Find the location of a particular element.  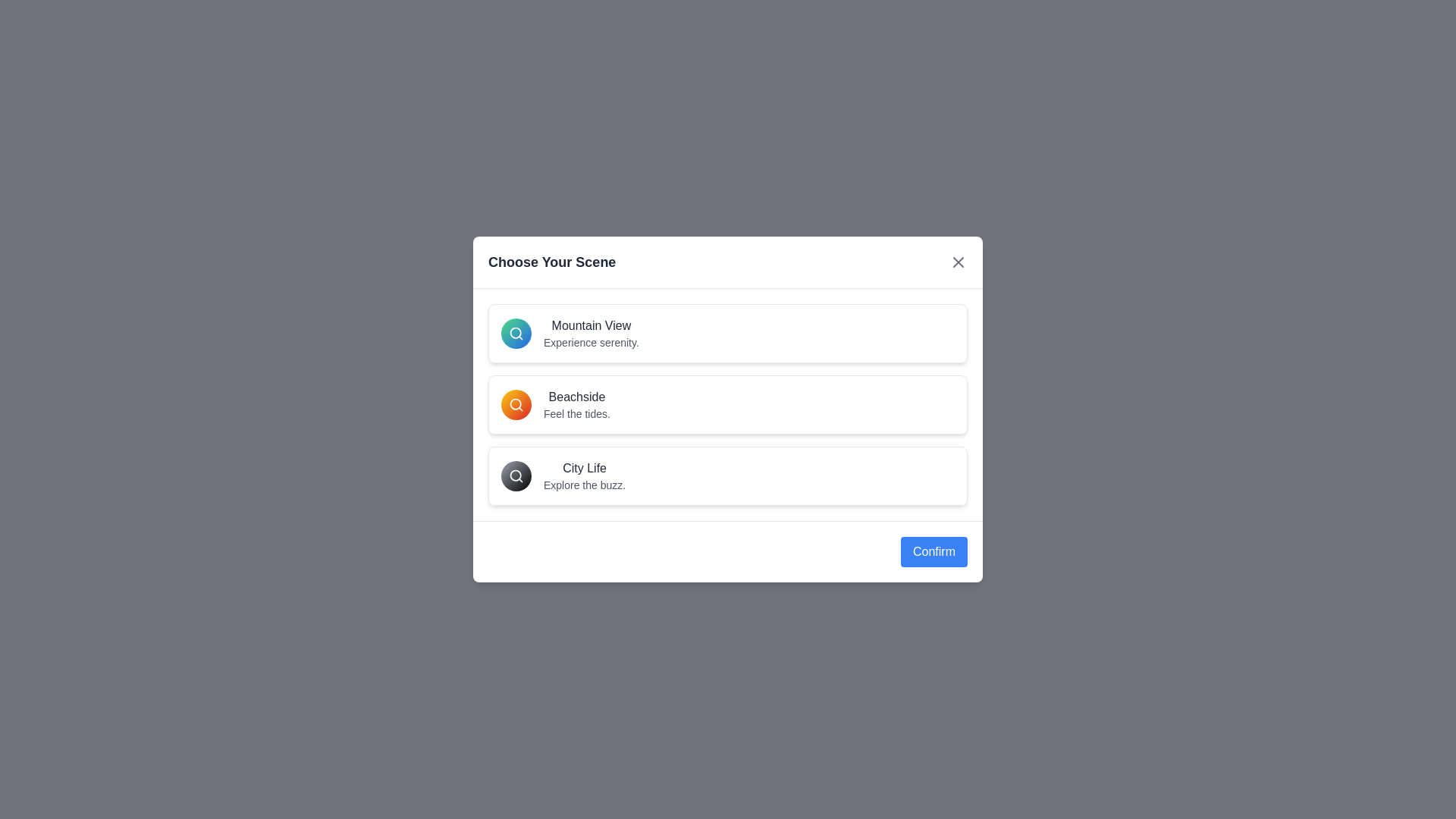

the 'X' button to close the dialog is located at coordinates (957, 262).